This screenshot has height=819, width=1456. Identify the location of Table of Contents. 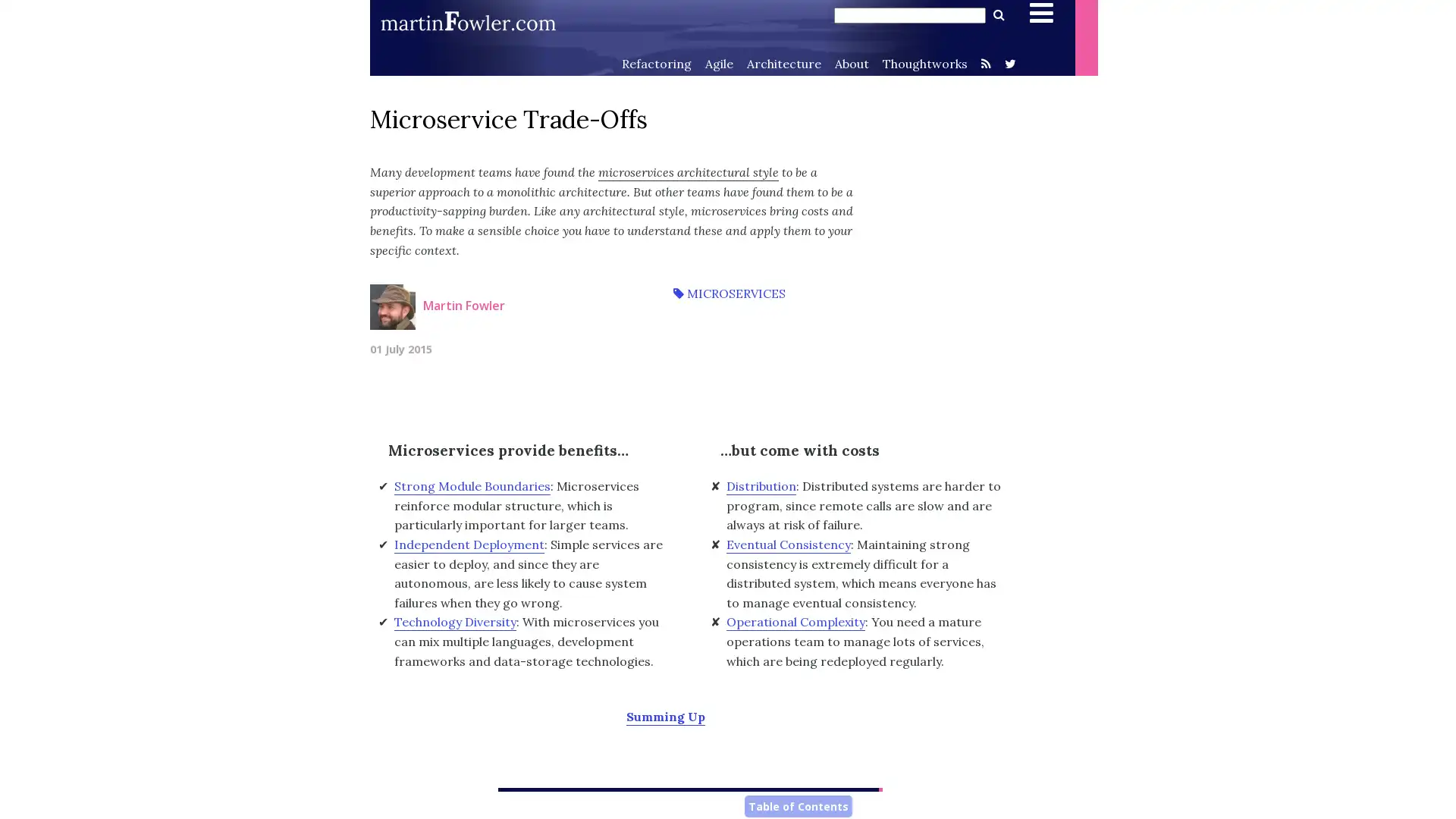
(797, 805).